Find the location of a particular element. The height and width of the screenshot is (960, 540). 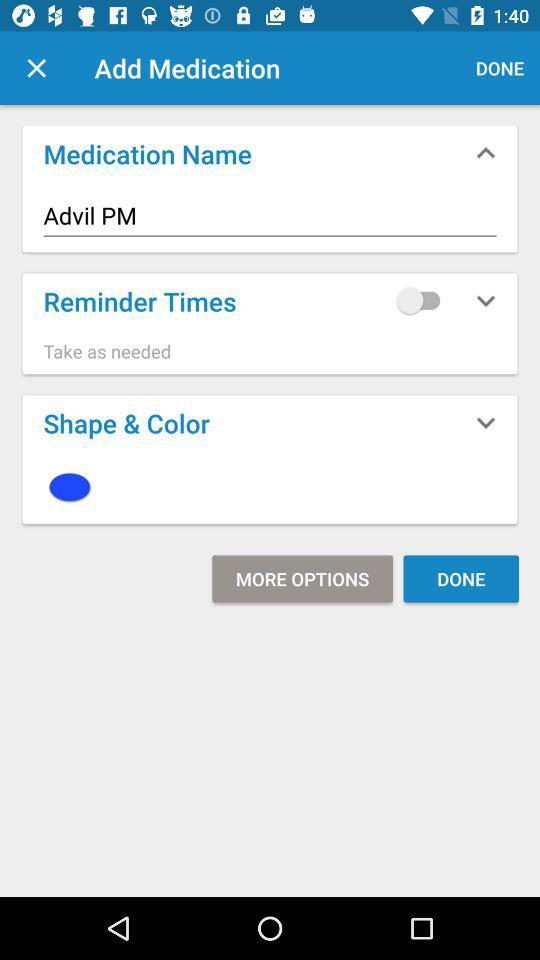

autoplay option is located at coordinates (422, 299).